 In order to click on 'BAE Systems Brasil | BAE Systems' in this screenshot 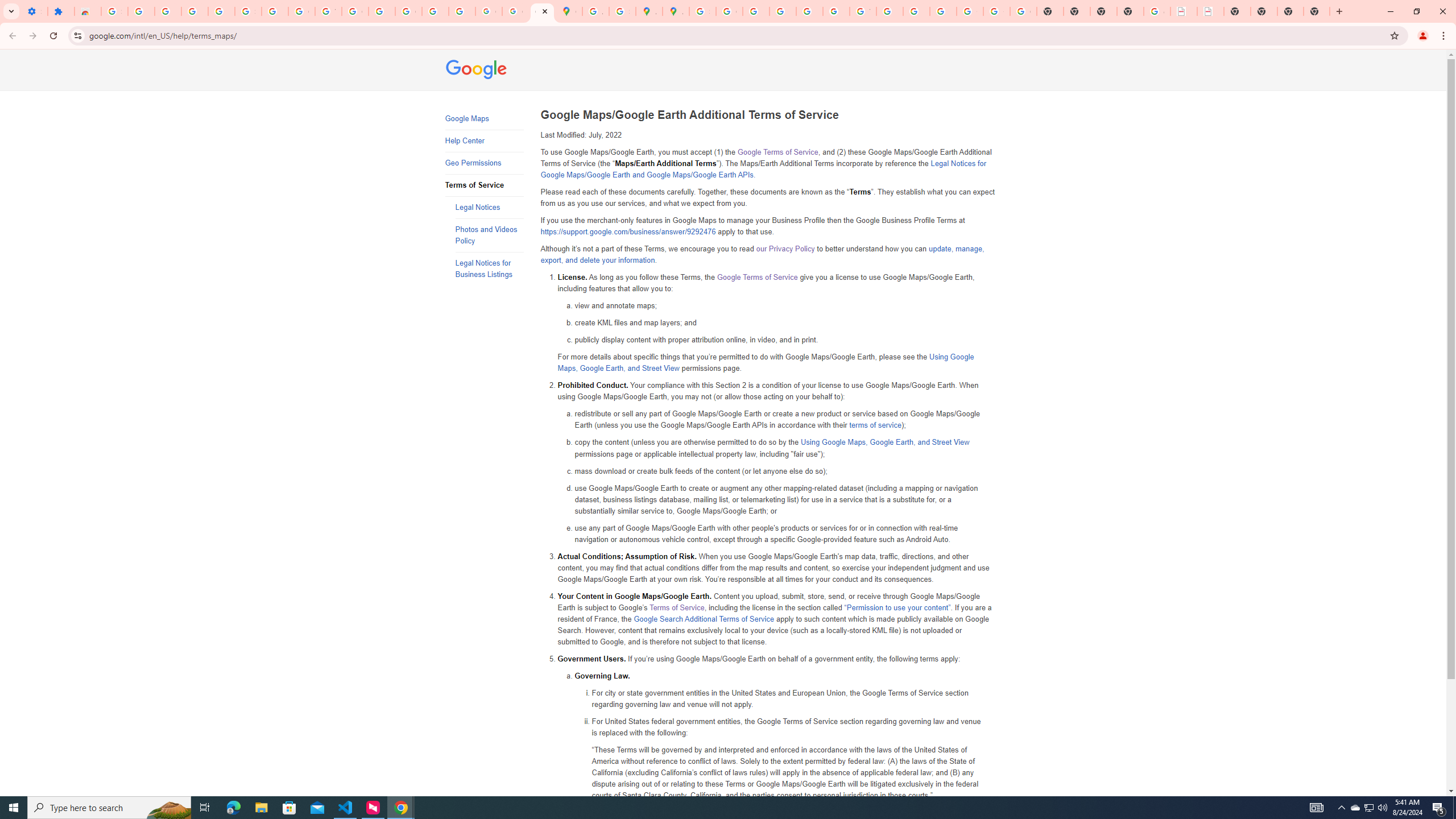, I will do `click(1210, 11)`.